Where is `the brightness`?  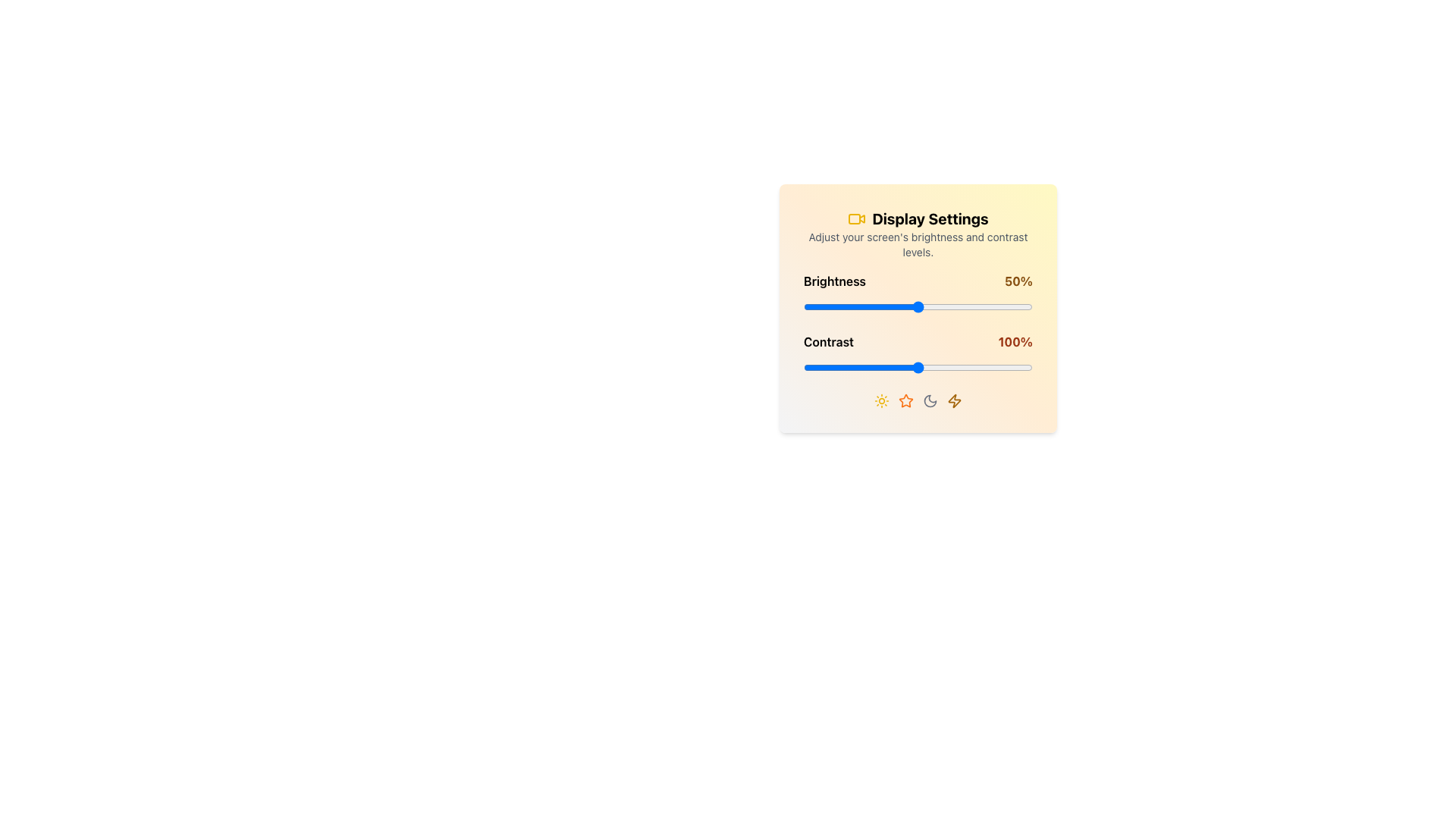 the brightness is located at coordinates (915, 307).